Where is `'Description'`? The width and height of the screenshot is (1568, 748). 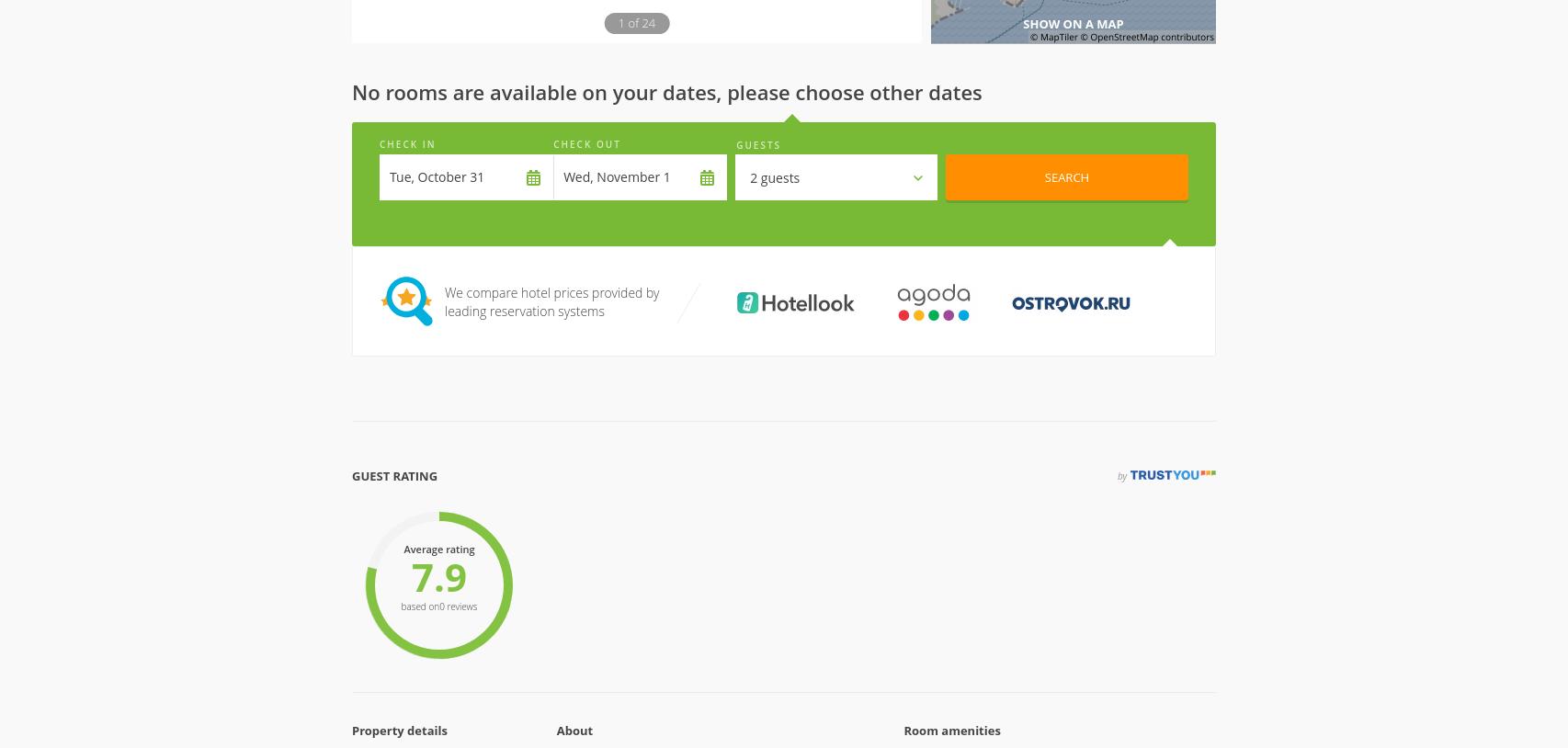 'Description' is located at coordinates (391, 655).